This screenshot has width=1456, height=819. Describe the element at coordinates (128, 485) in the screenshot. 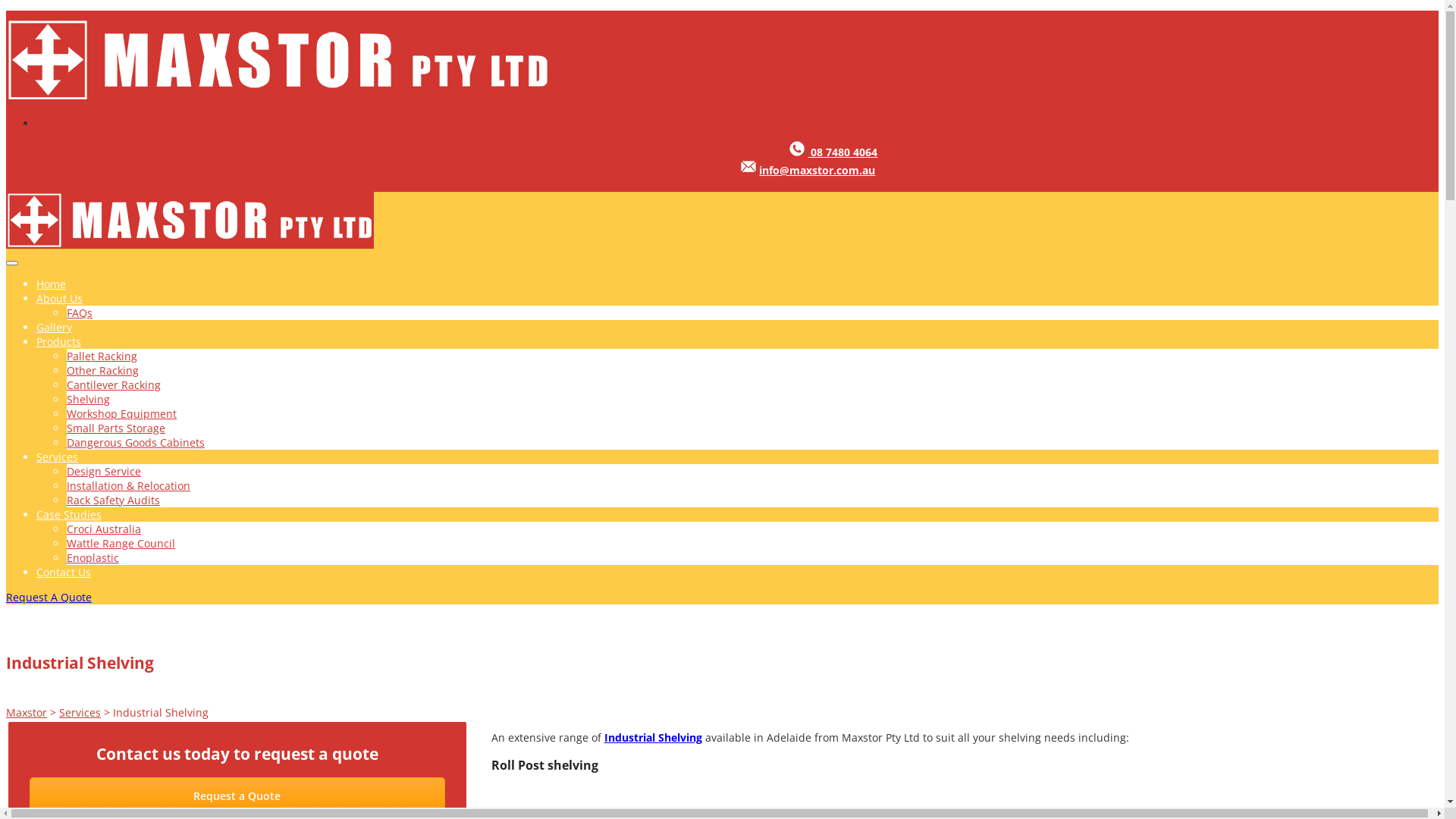

I see `'Installation & Relocation'` at that location.